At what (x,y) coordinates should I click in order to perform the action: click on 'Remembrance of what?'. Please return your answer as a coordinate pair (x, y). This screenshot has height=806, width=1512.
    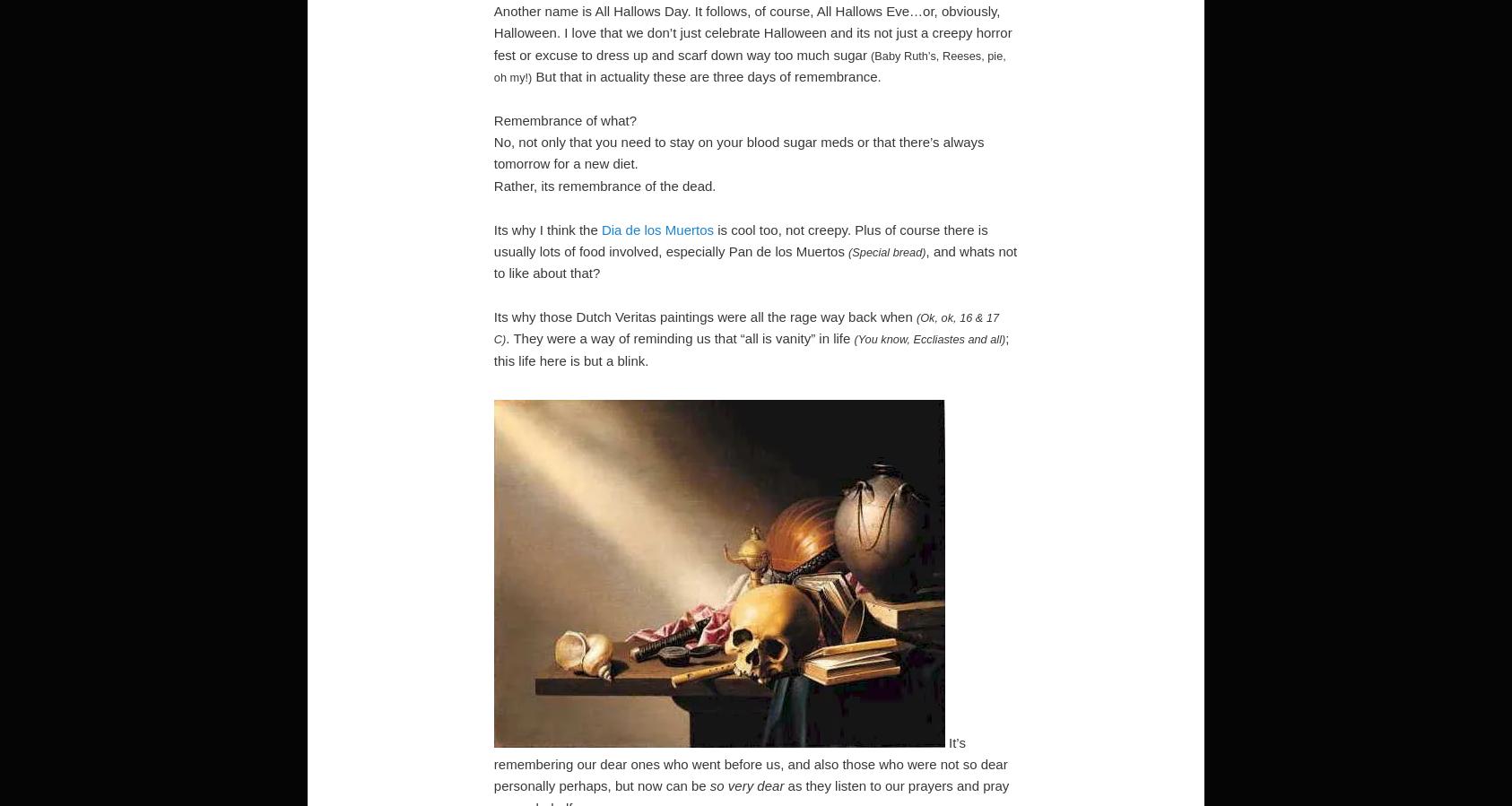
    Looking at the image, I should click on (564, 118).